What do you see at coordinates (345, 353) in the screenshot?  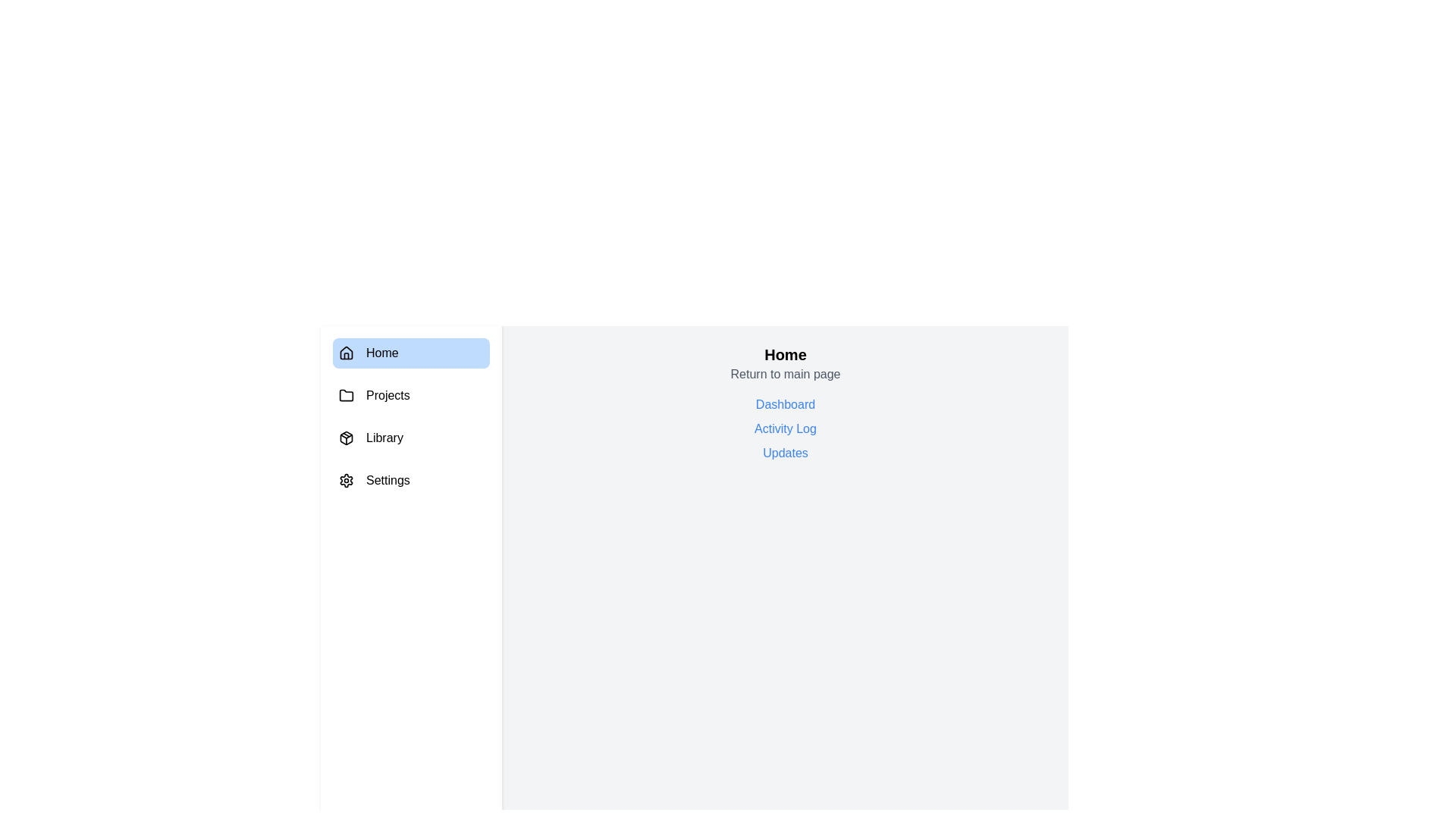 I see `the 'Home' menu item icon located at the top-left corner of the menu section, which is highlighted in blue and precedes the text label 'Home'` at bounding box center [345, 353].